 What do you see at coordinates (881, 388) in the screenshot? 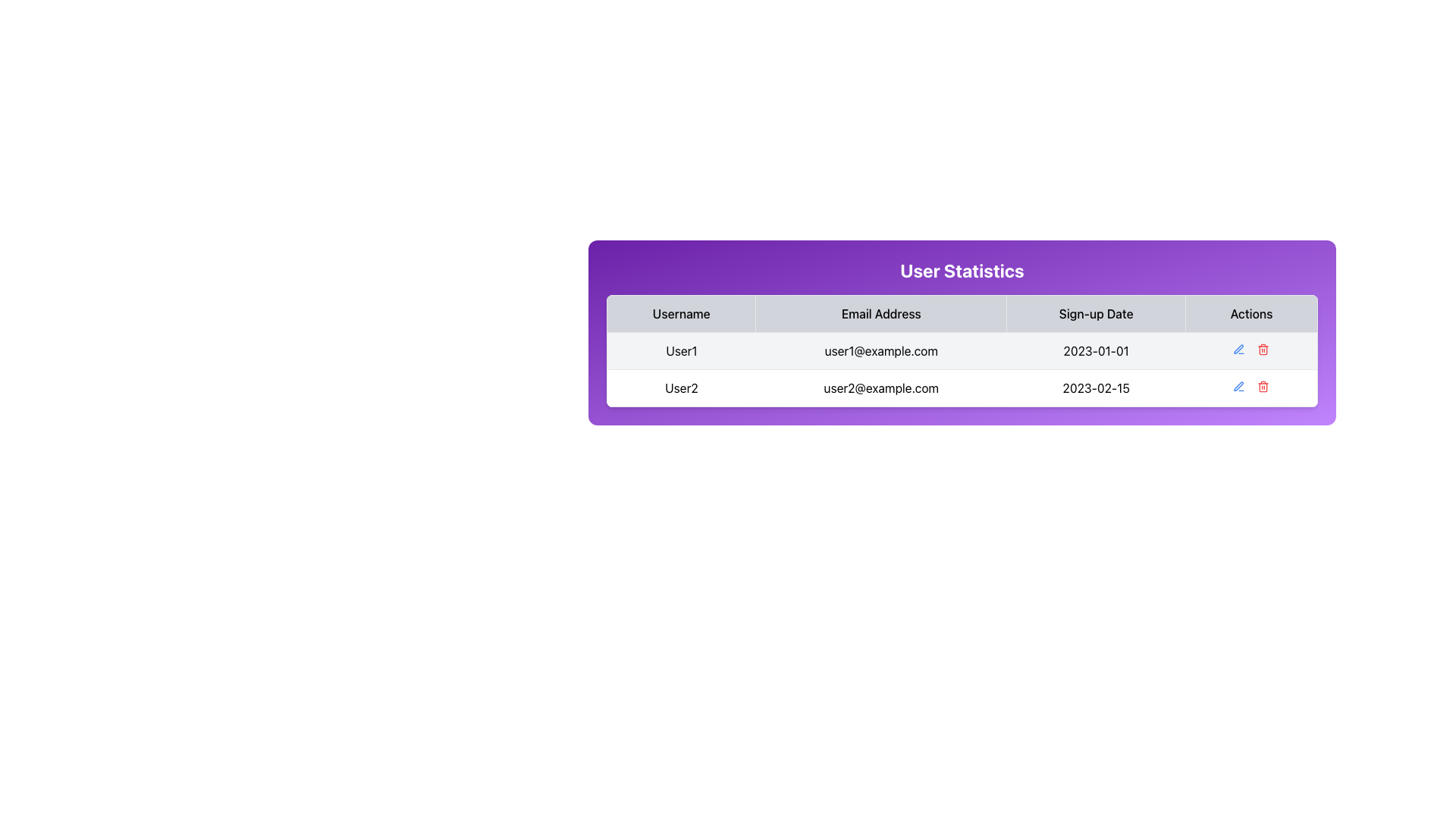
I see `the email address 'user2@example.com' displayed in black text on a white background, located in the second column of the second row of a data table` at bounding box center [881, 388].